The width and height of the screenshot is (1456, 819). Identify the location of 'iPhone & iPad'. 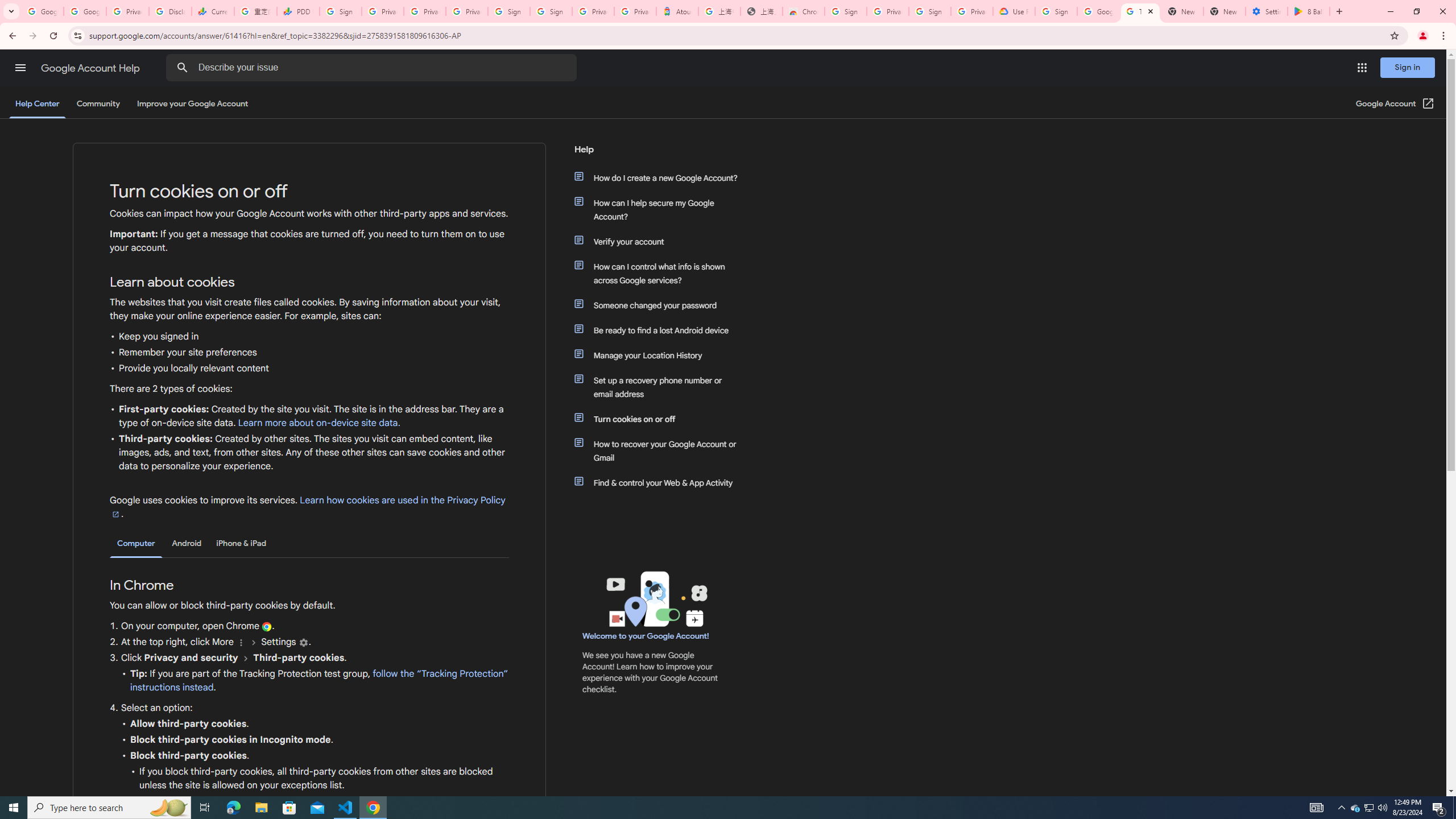
(241, 543).